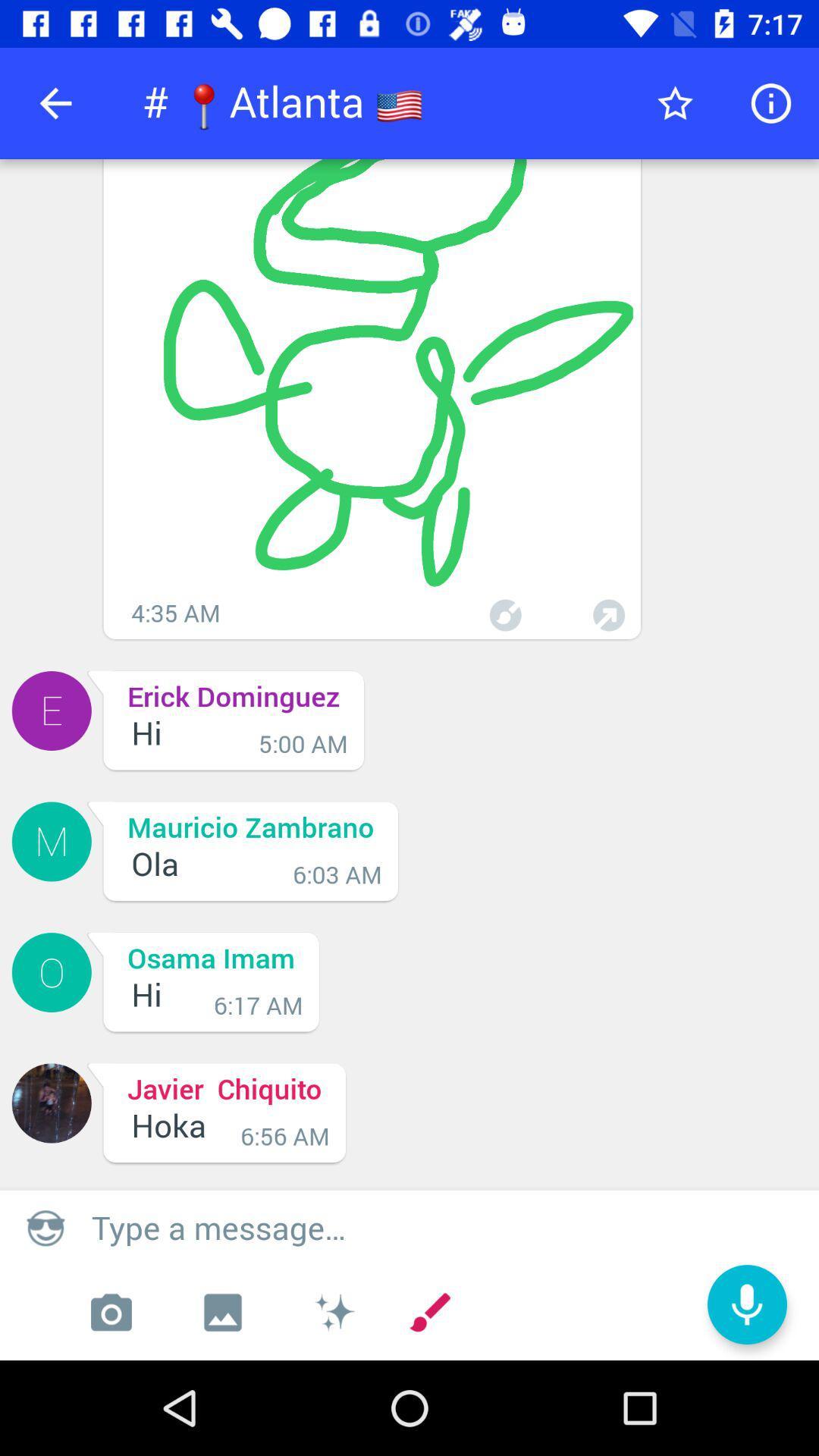 This screenshot has width=819, height=1456. Describe the element at coordinates (333, 1312) in the screenshot. I see `the weather icon` at that location.